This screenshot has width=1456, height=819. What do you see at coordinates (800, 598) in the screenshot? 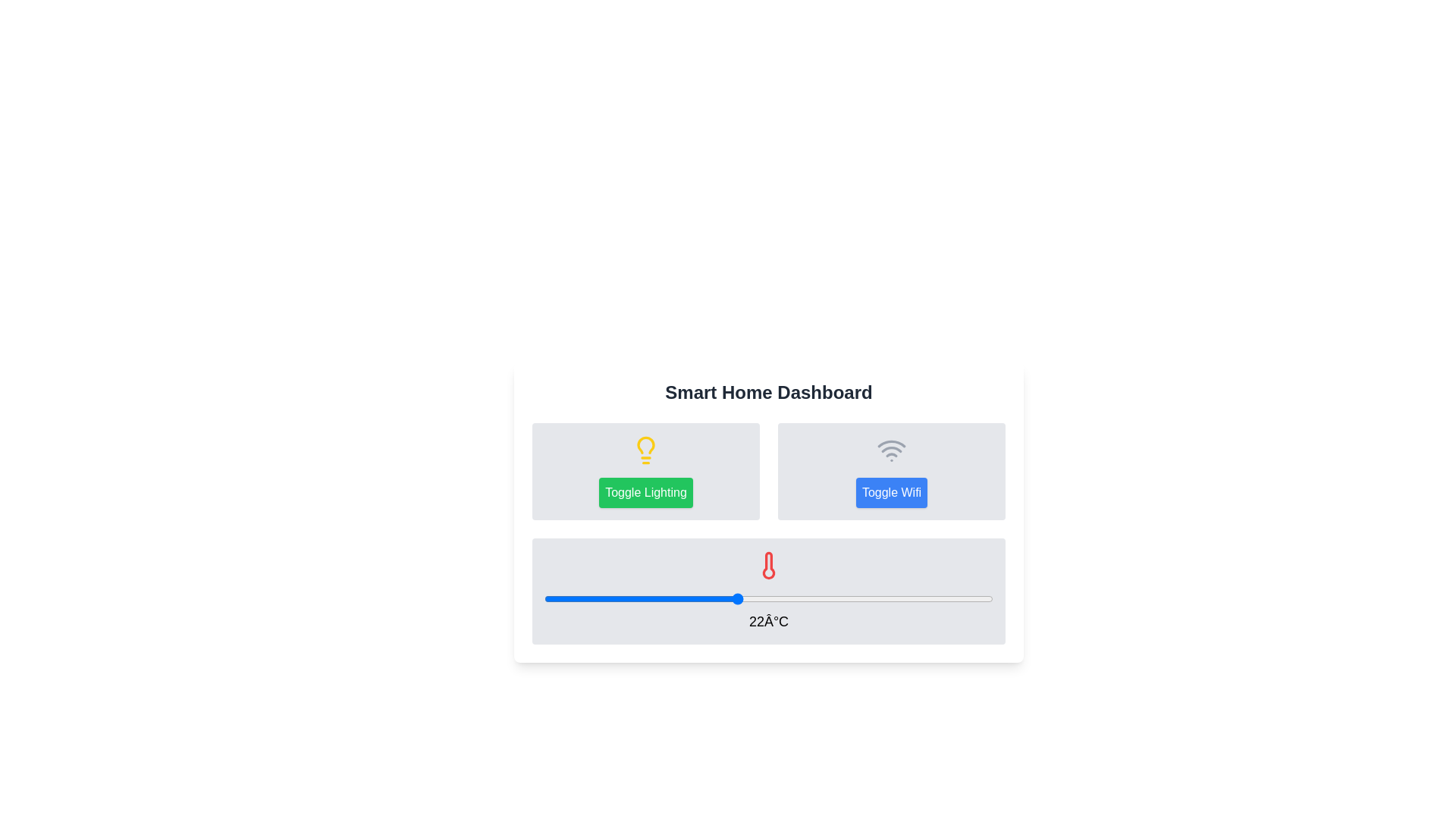
I see `the temperature` at bounding box center [800, 598].